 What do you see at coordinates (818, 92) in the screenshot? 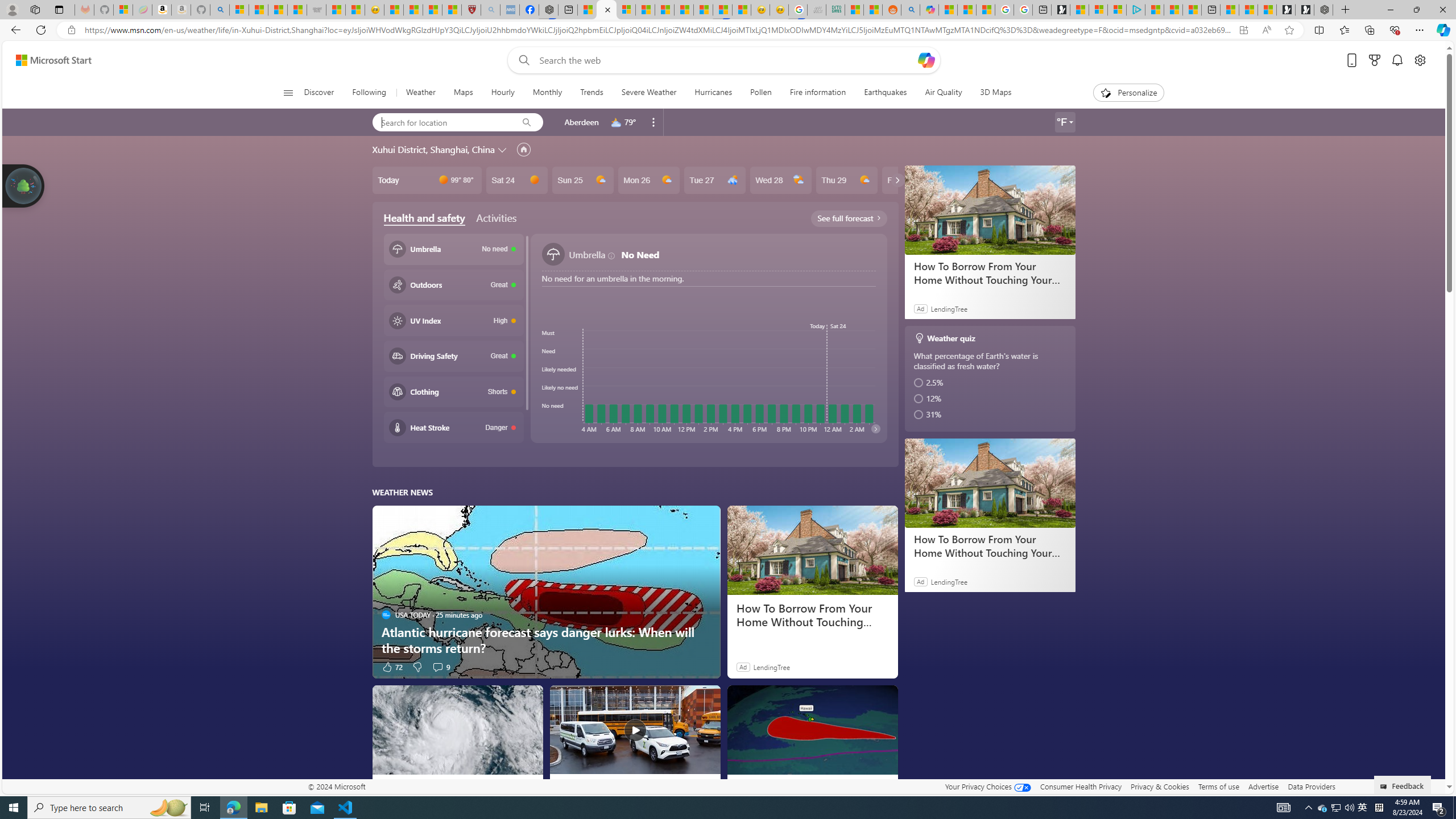
I see `'Fire information'` at bounding box center [818, 92].